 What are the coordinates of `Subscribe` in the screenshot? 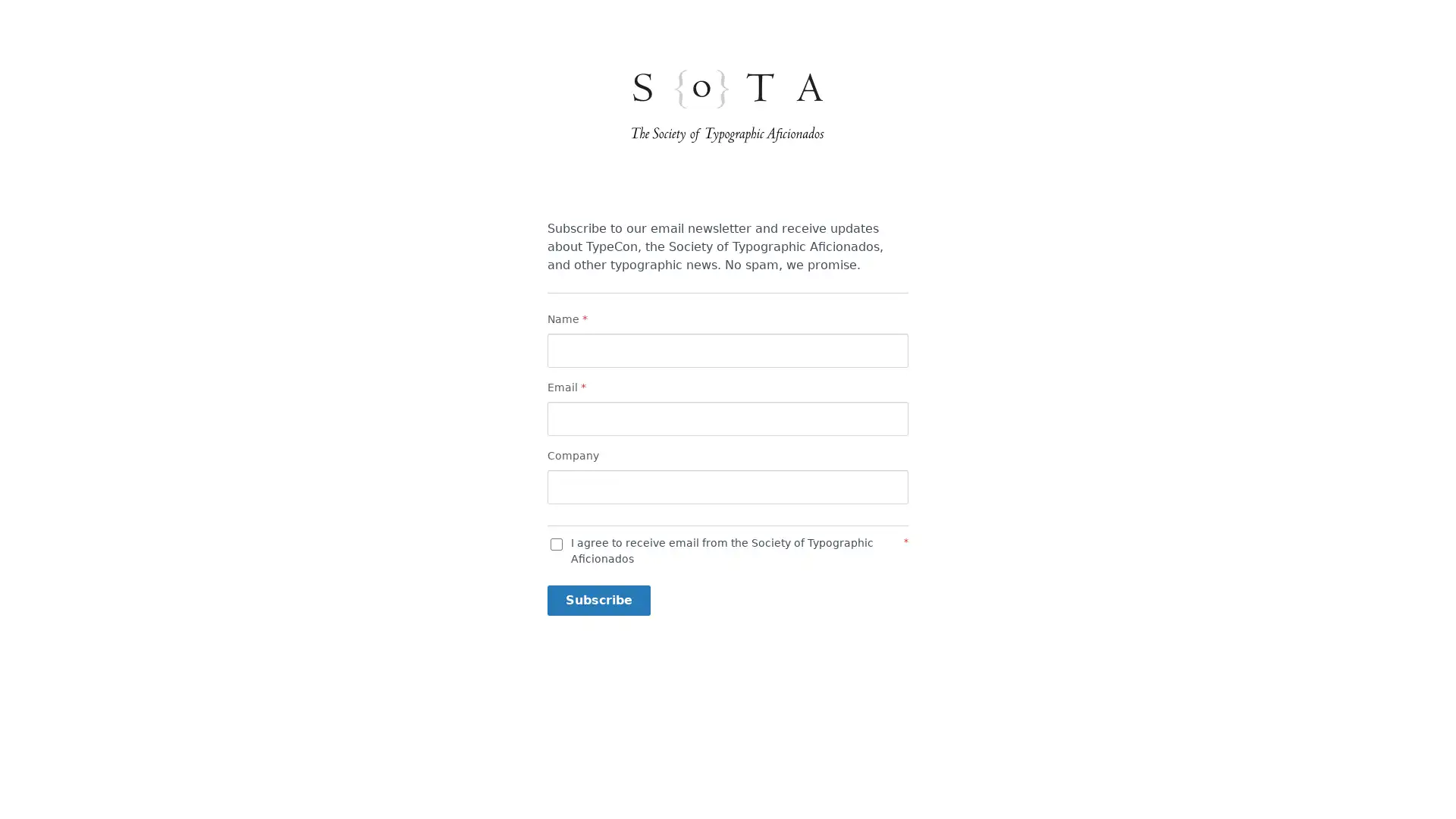 It's located at (598, 599).